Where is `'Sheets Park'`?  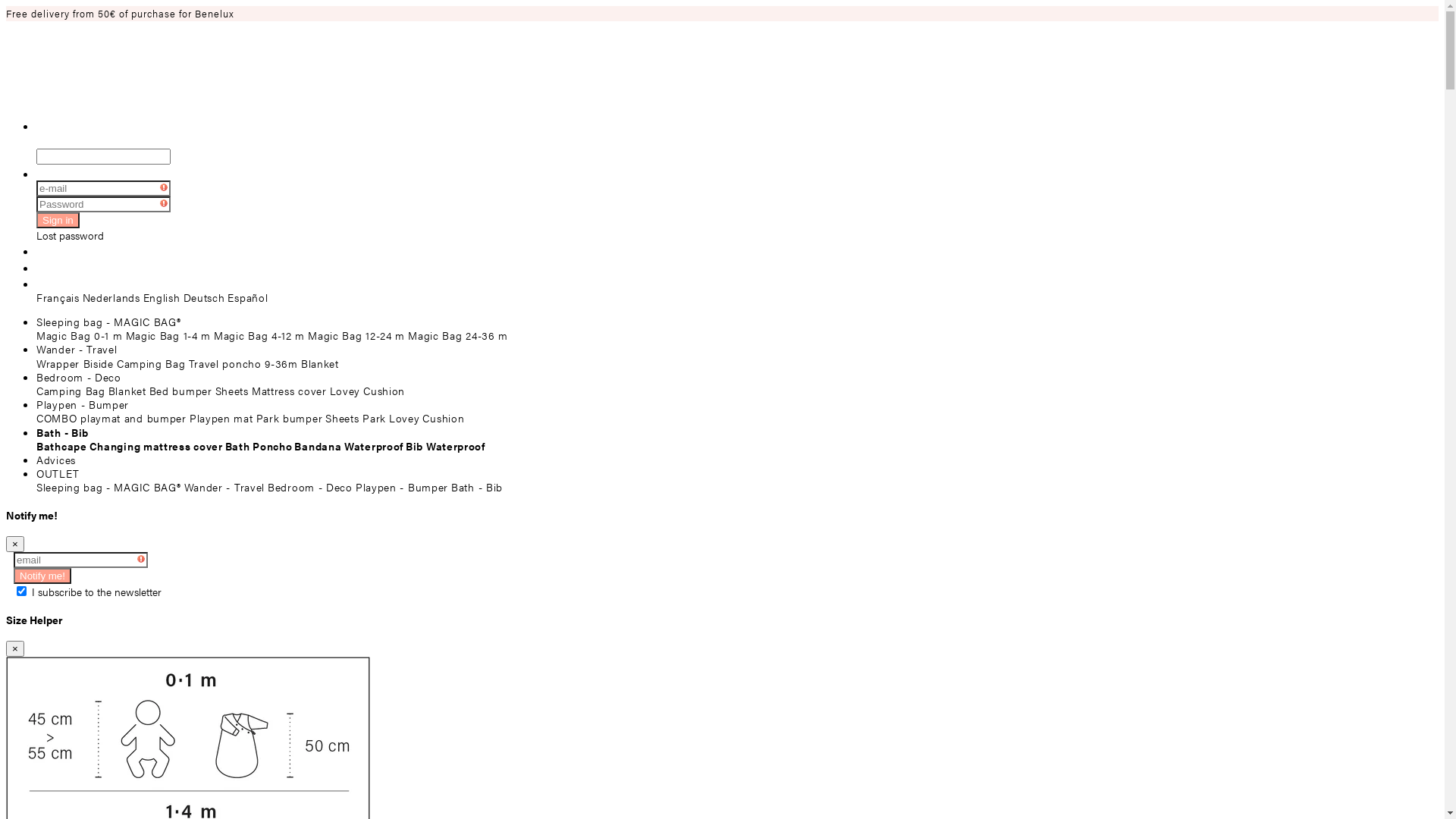 'Sheets Park' is located at coordinates (355, 418).